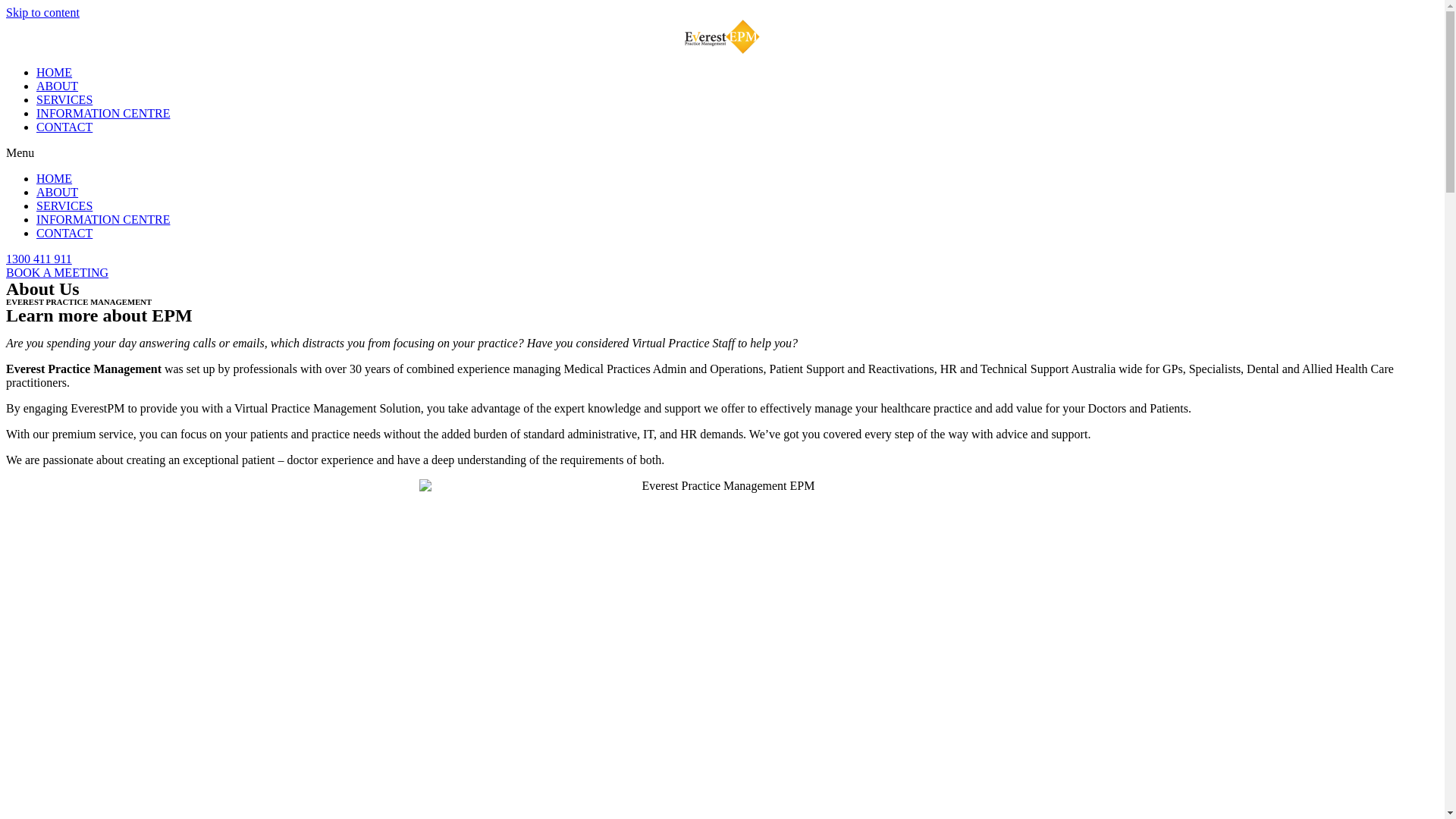 The height and width of the screenshot is (819, 1456). I want to click on 'HOME', so click(54, 72).